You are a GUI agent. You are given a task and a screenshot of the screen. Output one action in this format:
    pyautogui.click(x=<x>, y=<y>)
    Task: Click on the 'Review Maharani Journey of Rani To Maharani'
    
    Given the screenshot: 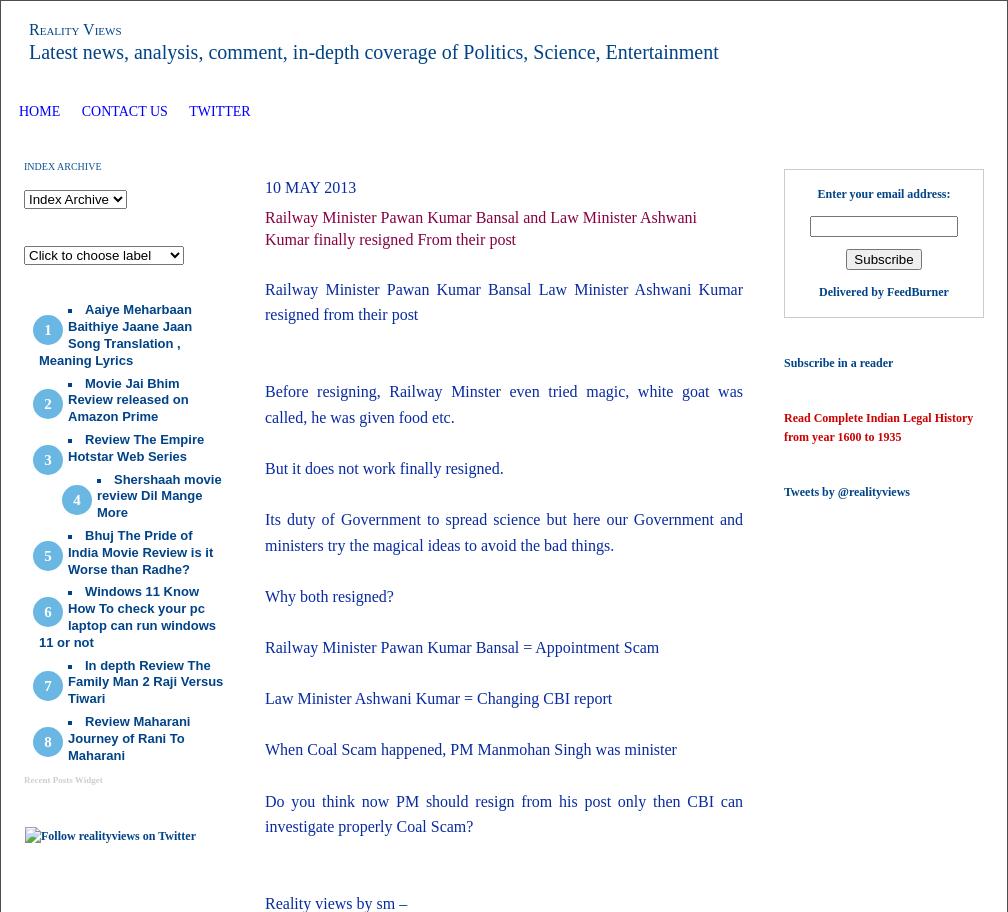 What is the action you would take?
    pyautogui.click(x=68, y=736)
    